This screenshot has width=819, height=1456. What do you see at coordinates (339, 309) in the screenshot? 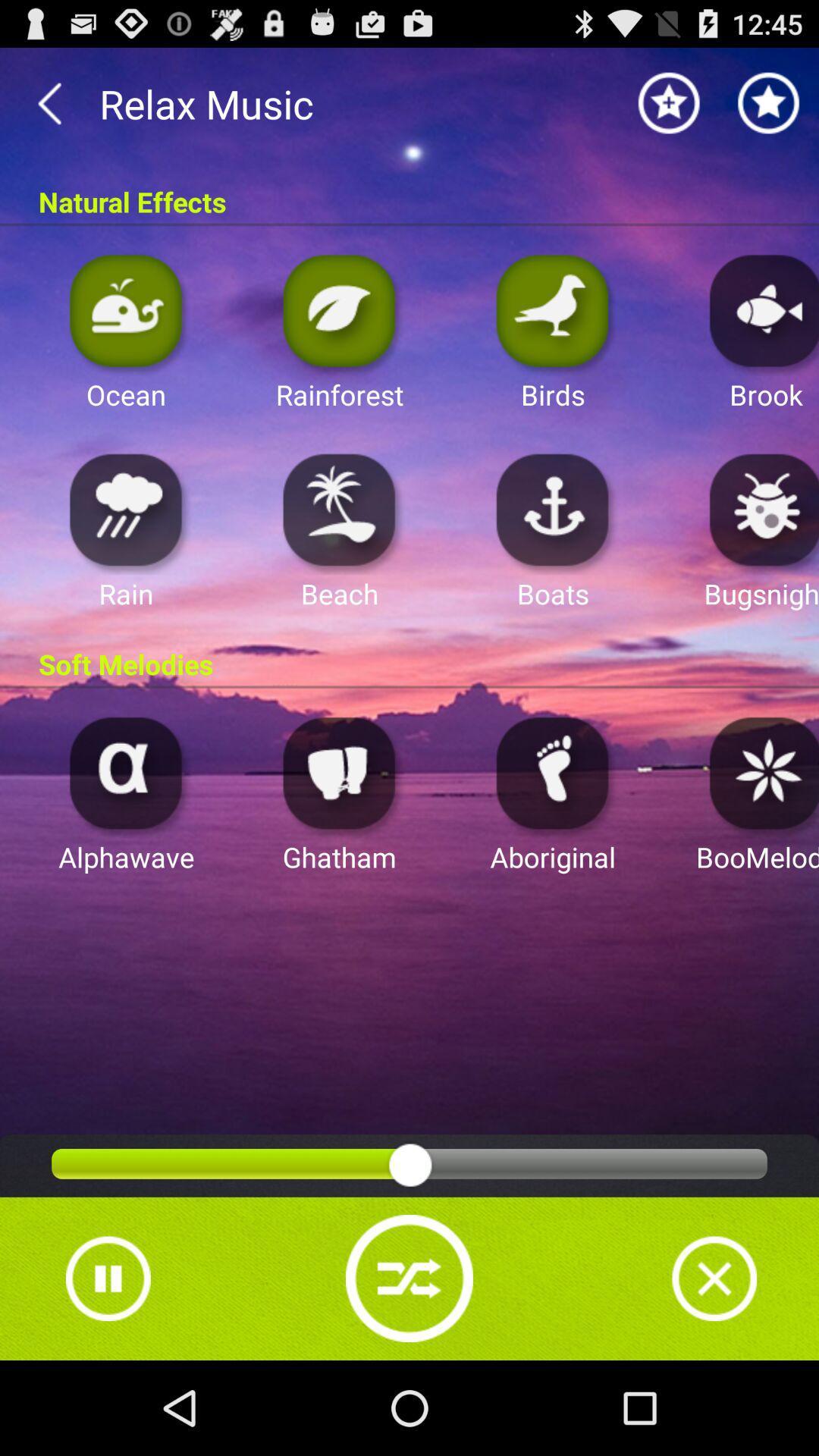
I see `open app` at bounding box center [339, 309].